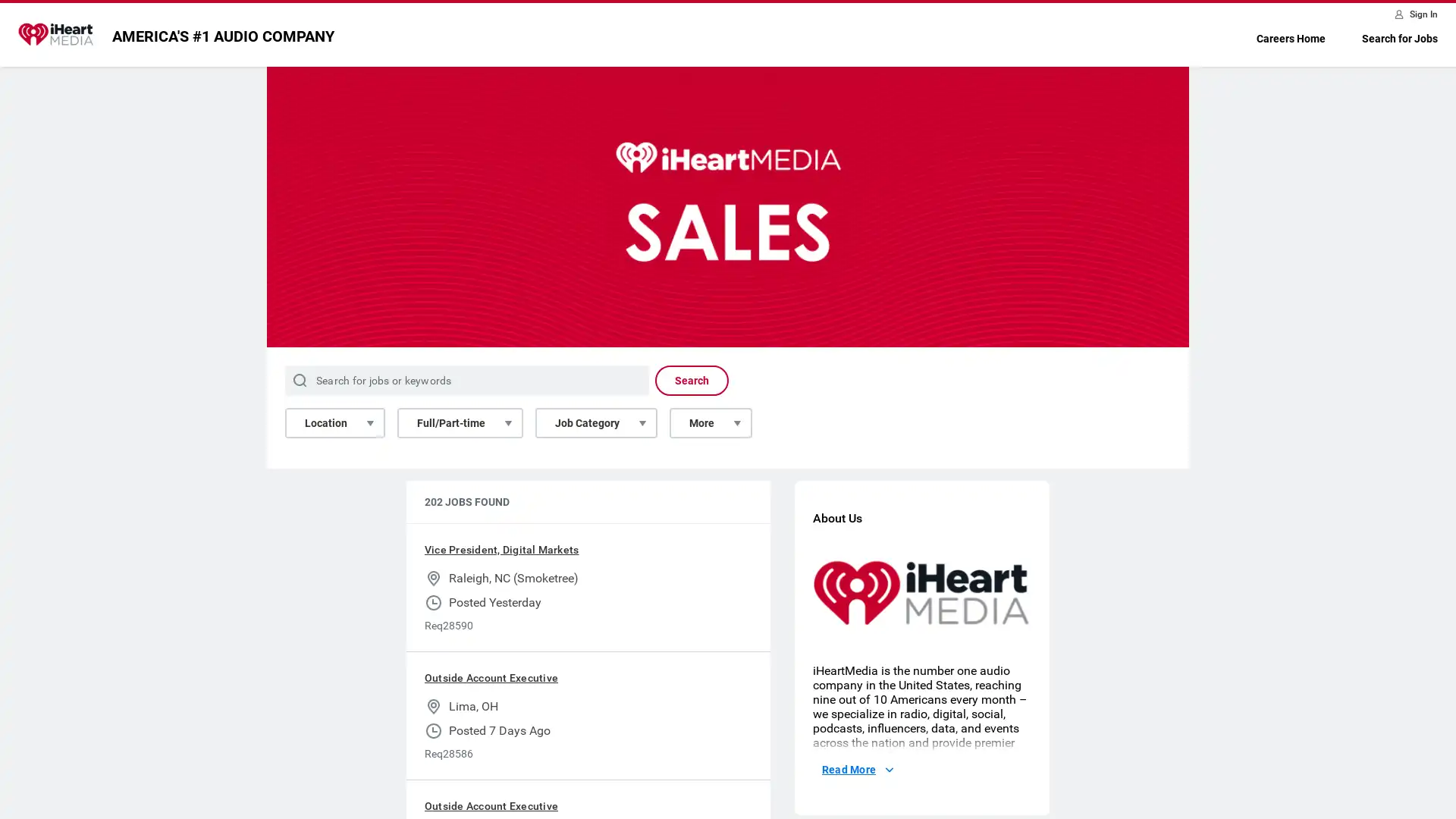 The height and width of the screenshot is (819, 1456). I want to click on Read More About Us, so click(856, 769).